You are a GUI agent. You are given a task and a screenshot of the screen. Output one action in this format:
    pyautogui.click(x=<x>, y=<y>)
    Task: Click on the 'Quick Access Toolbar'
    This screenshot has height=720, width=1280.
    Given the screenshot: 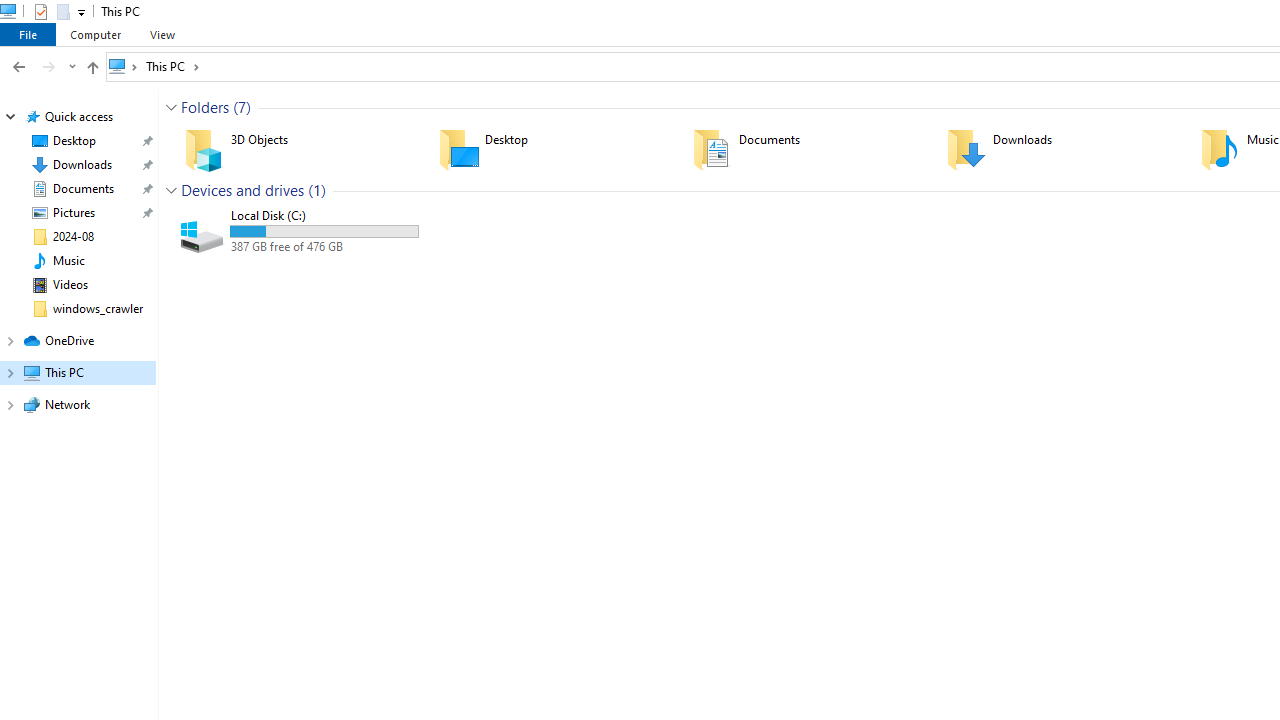 What is the action you would take?
    pyautogui.click(x=51, y=11)
    